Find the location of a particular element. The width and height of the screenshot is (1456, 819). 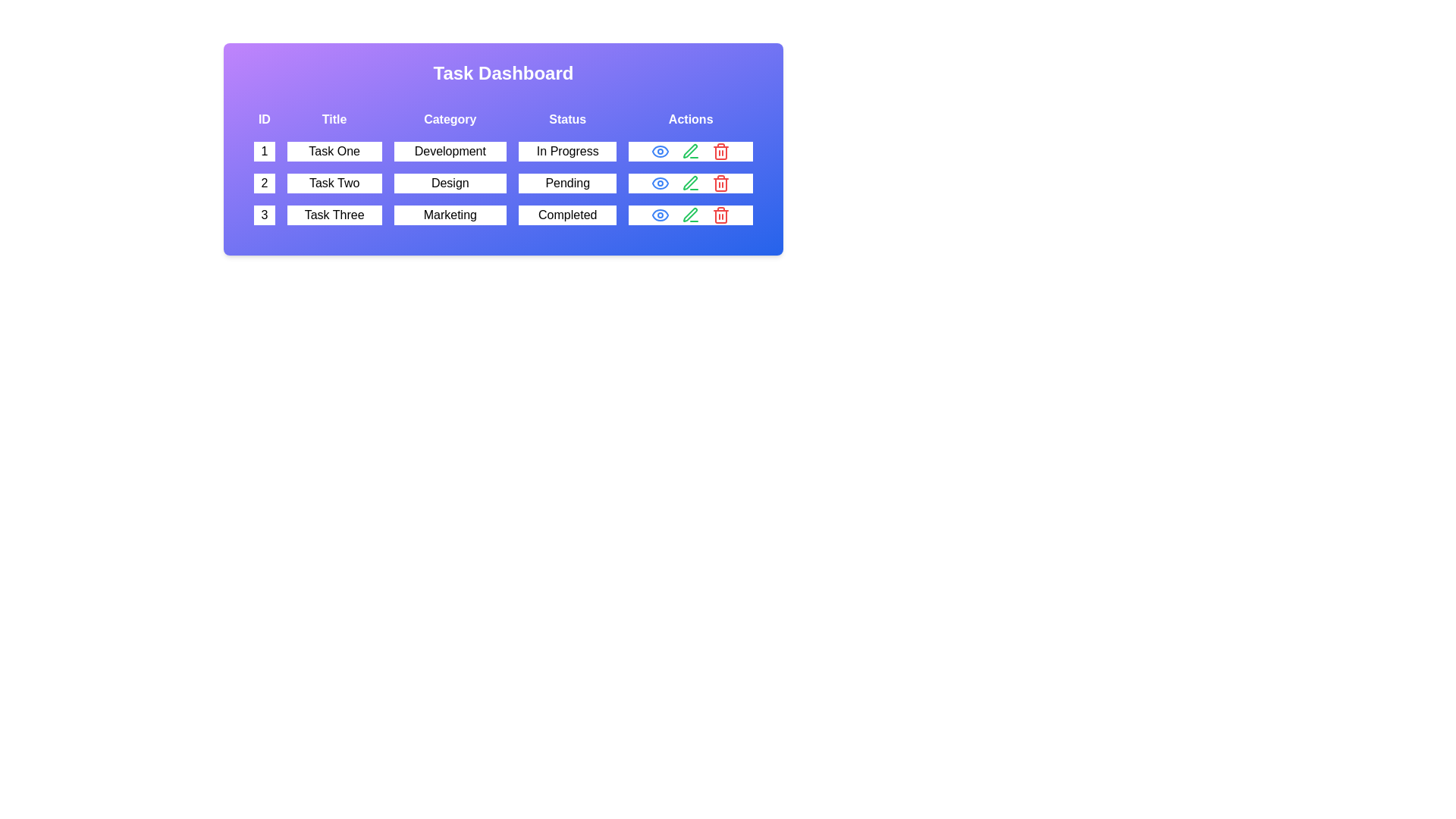

the row corresponding to 1 is located at coordinates (503, 152).